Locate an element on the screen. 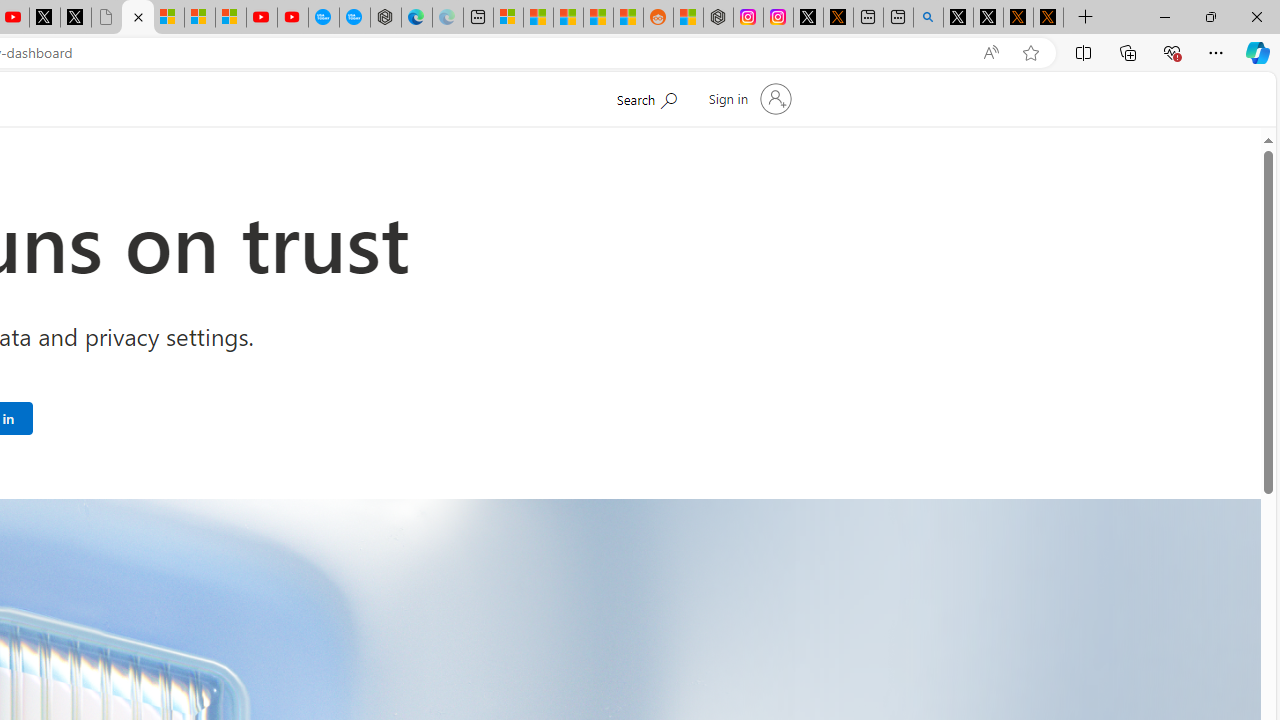 This screenshot has width=1280, height=720. 'Search Microsoft.com' is located at coordinates (646, 97).